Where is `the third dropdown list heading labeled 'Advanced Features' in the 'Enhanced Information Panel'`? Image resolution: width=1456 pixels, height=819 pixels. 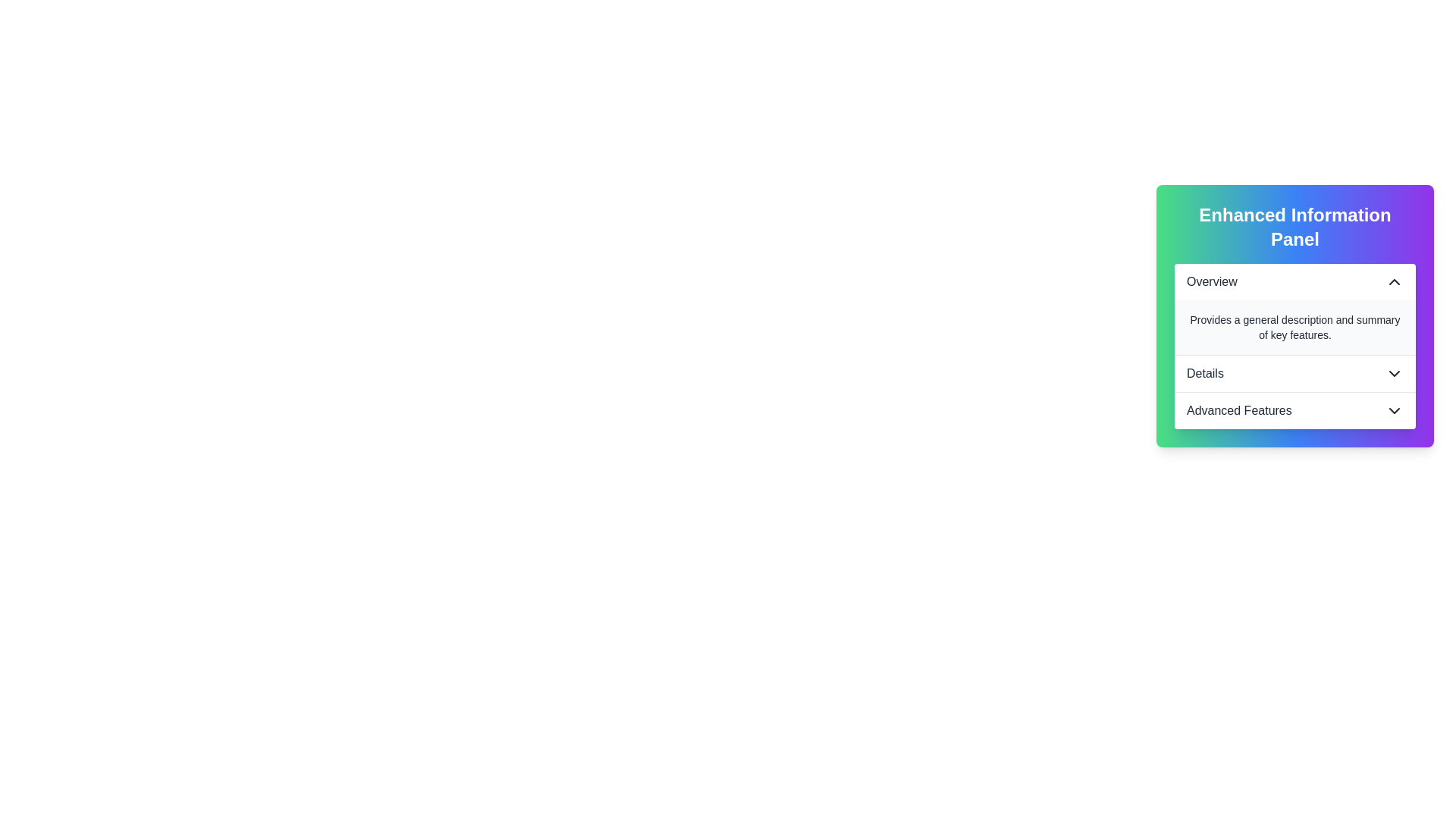
the third dropdown list heading labeled 'Advanced Features' in the 'Enhanced Information Panel' is located at coordinates (1294, 409).